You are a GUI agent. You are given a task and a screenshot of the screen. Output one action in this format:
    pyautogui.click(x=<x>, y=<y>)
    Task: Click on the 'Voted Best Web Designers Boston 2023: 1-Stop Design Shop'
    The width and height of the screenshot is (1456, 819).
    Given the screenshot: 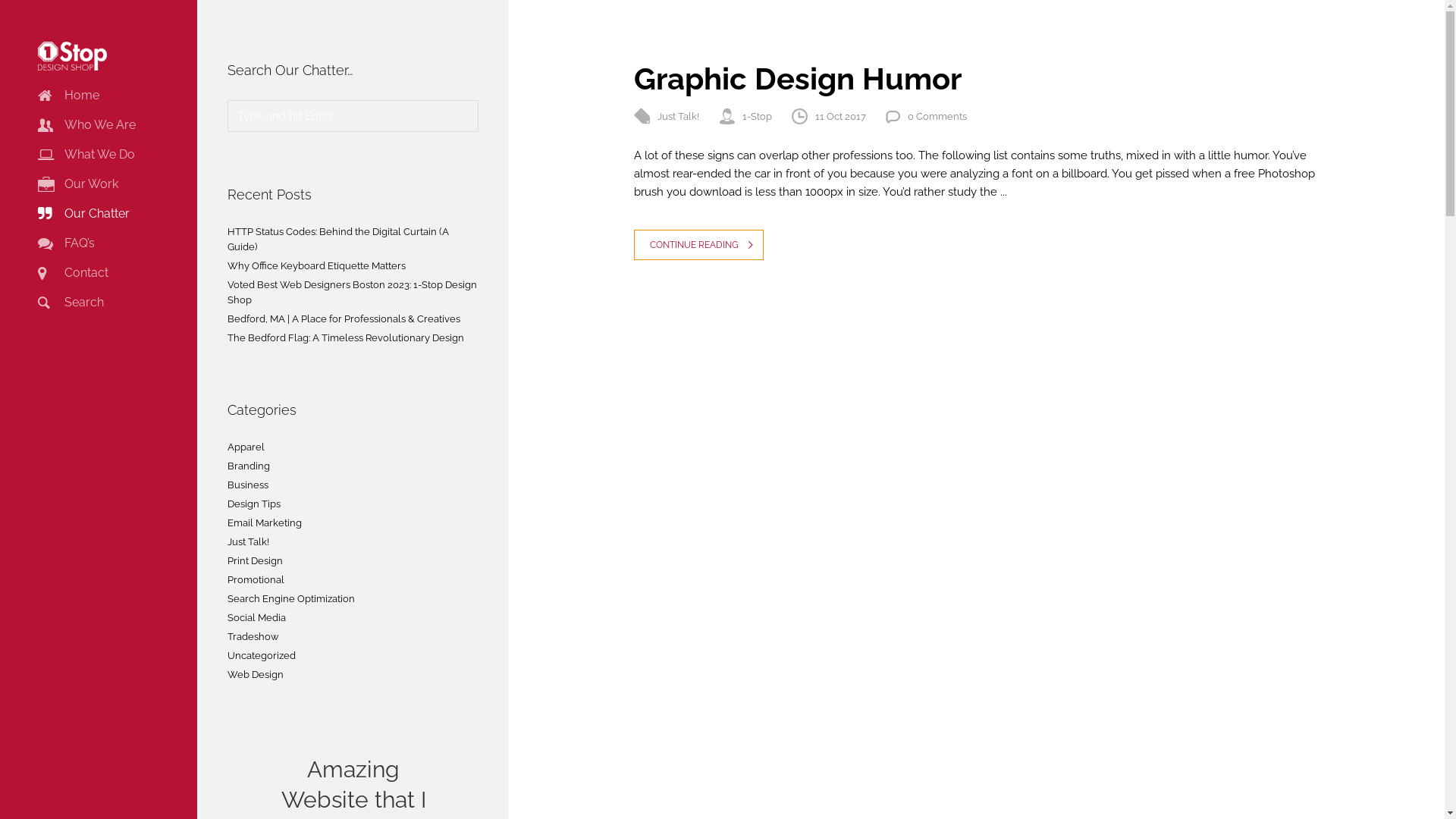 What is the action you would take?
    pyautogui.click(x=351, y=292)
    